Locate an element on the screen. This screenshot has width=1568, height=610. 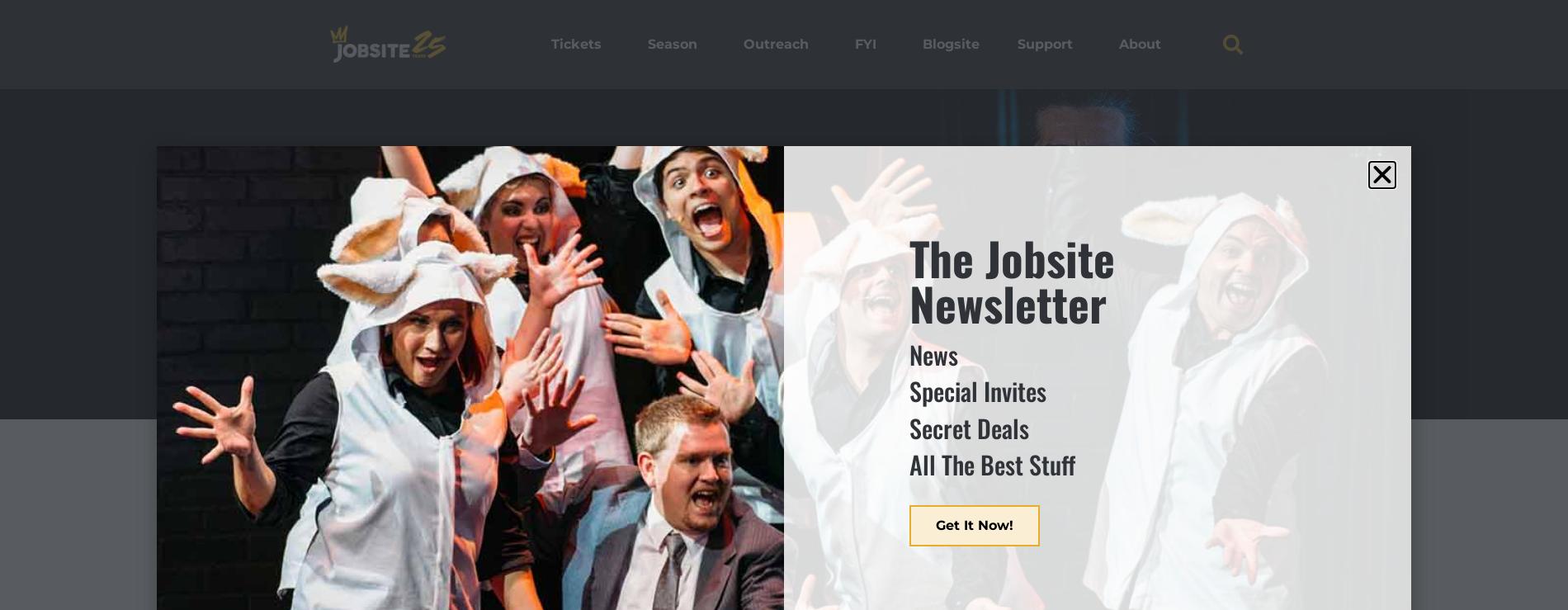
'Support' is located at coordinates (1044, 44).